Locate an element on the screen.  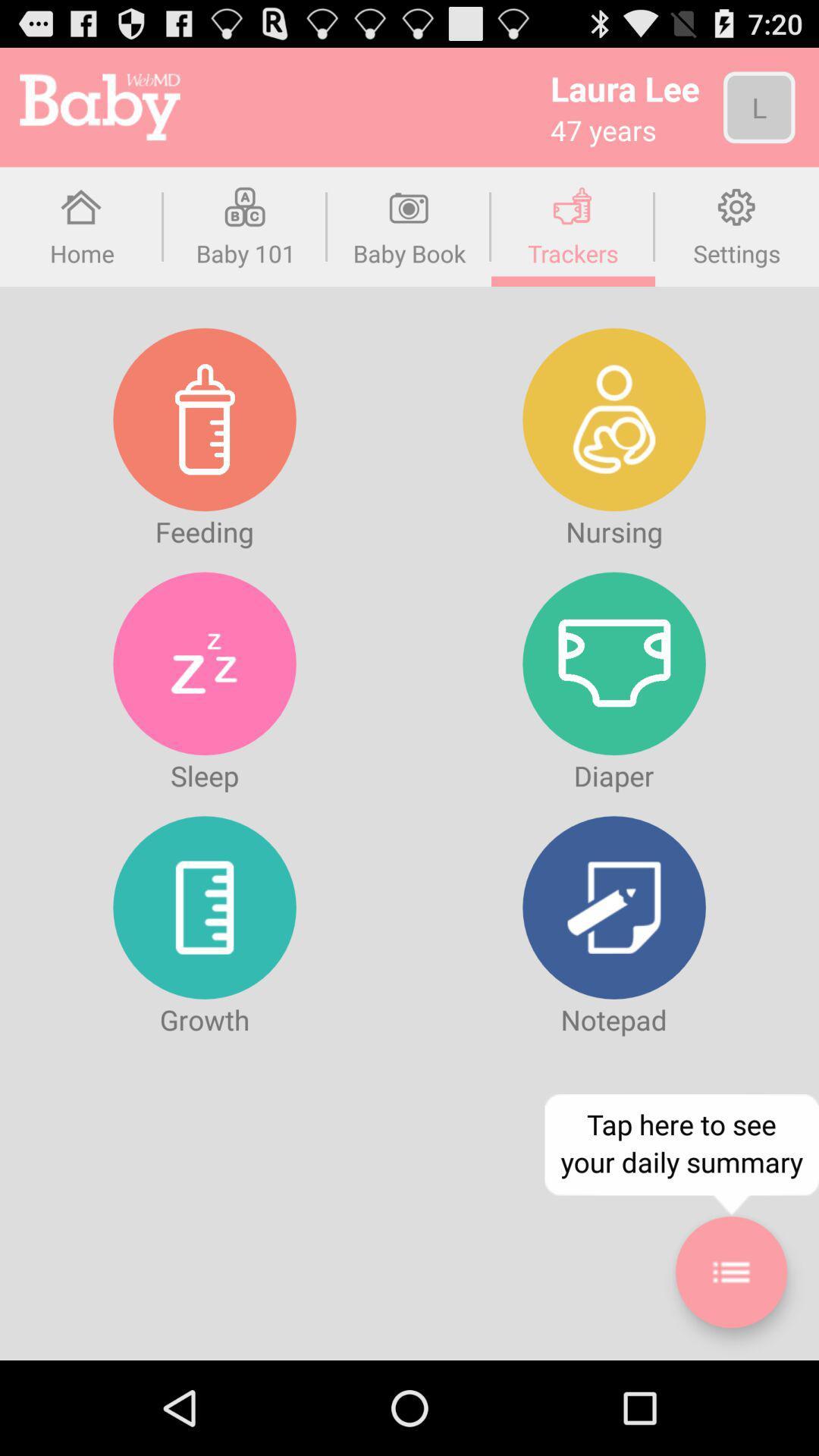
summary is located at coordinates (730, 1272).